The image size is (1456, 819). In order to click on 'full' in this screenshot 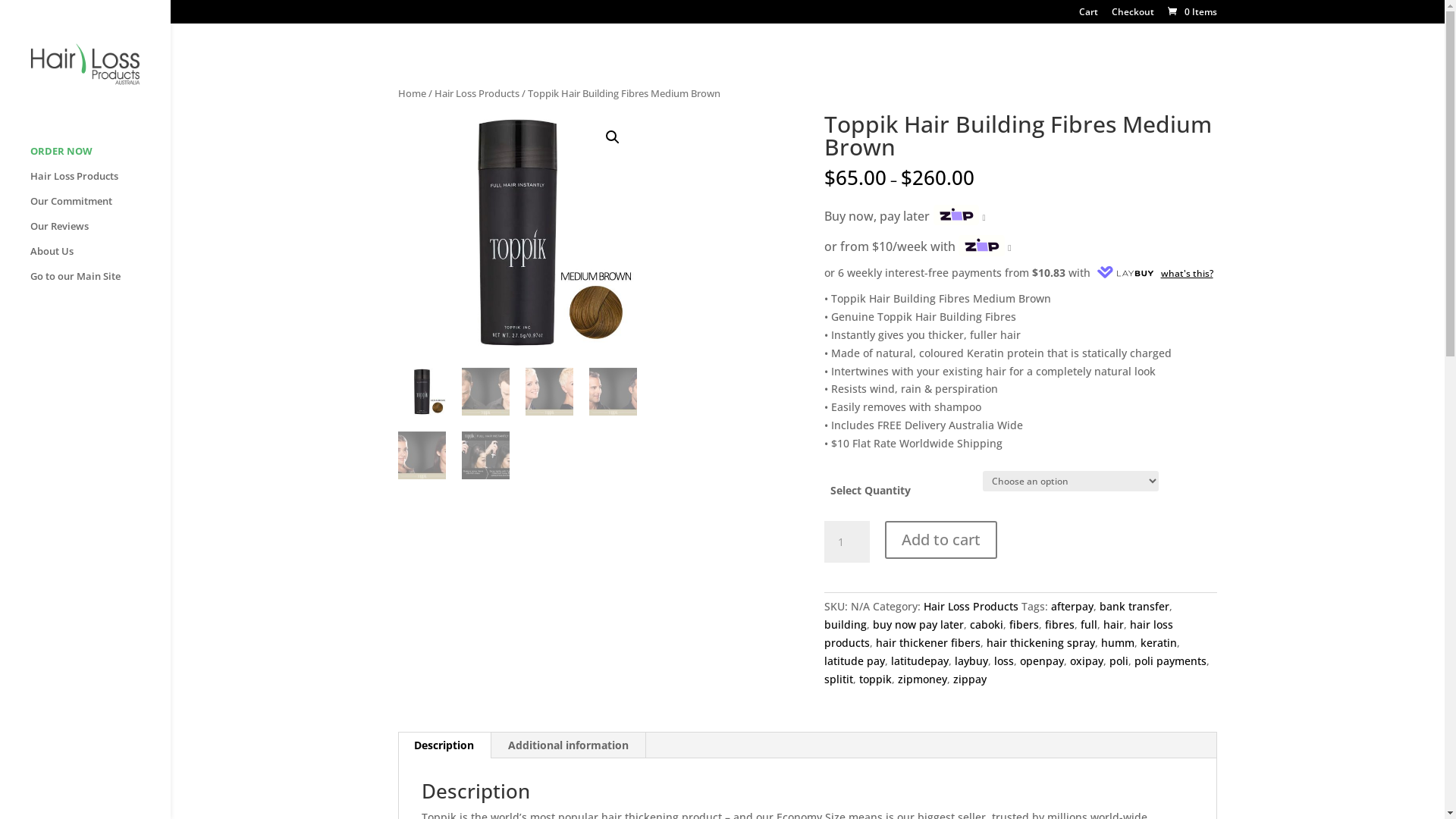, I will do `click(1080, 624)`.